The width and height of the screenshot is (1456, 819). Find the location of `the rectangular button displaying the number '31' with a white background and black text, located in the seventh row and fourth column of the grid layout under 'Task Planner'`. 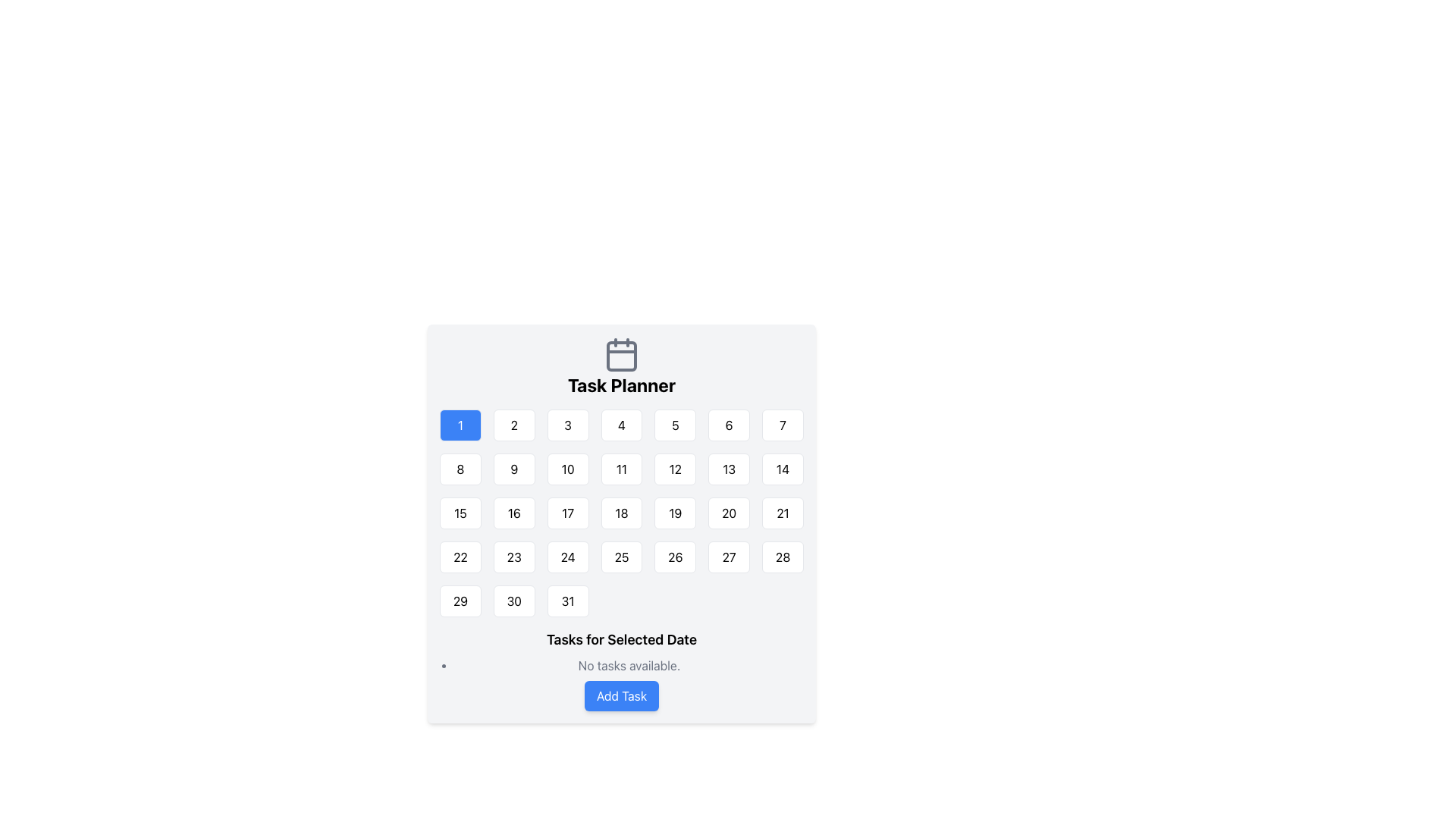

the rectangular button displaying the number '31' with a white background and black text, located in the seventh row and fourth column of the grid layout under 'Task Planner' is located at coordinates (567, 601).